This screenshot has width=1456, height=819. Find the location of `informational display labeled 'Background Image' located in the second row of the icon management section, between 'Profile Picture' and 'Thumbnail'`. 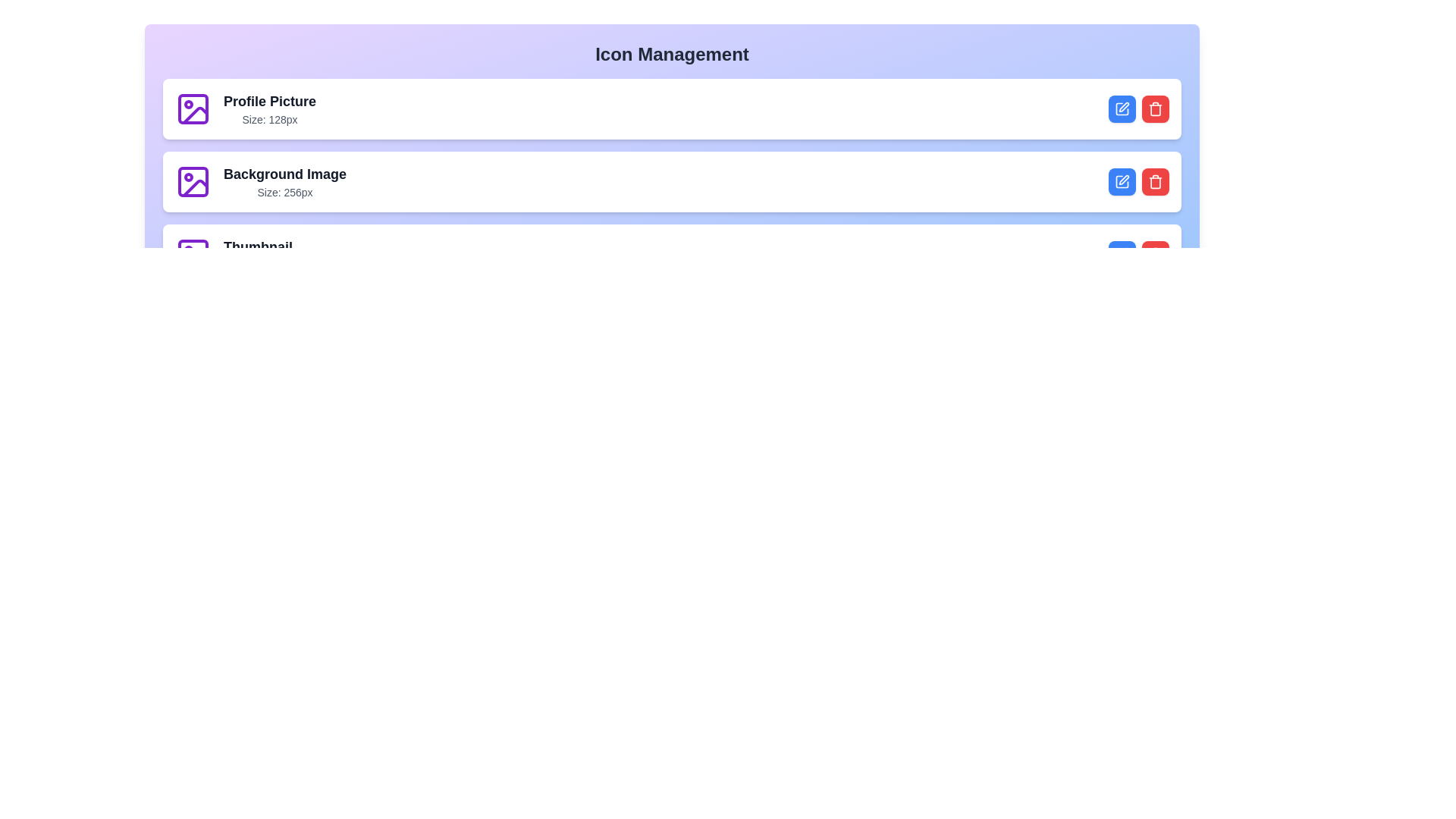

informational display labeled 'Background Image' located in the second row of the icon management section, between 'Profile Picture' and 'Thumbnail' is located at coordinates (261, 180).